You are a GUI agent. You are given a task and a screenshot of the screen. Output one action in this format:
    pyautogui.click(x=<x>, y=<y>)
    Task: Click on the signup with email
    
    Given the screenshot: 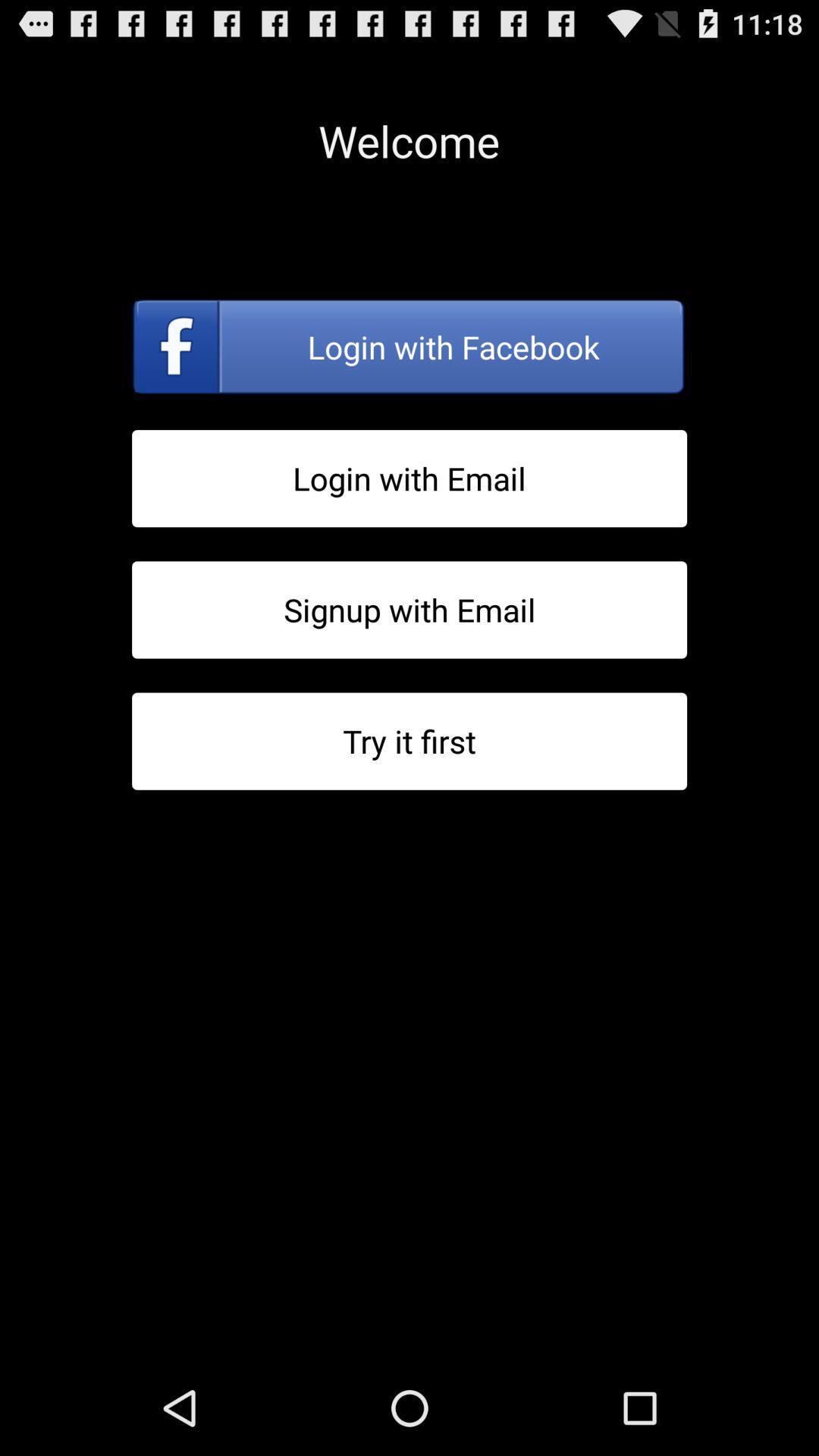 What is the action you would take?
    pyautogui.click(x=409, y=610)
    